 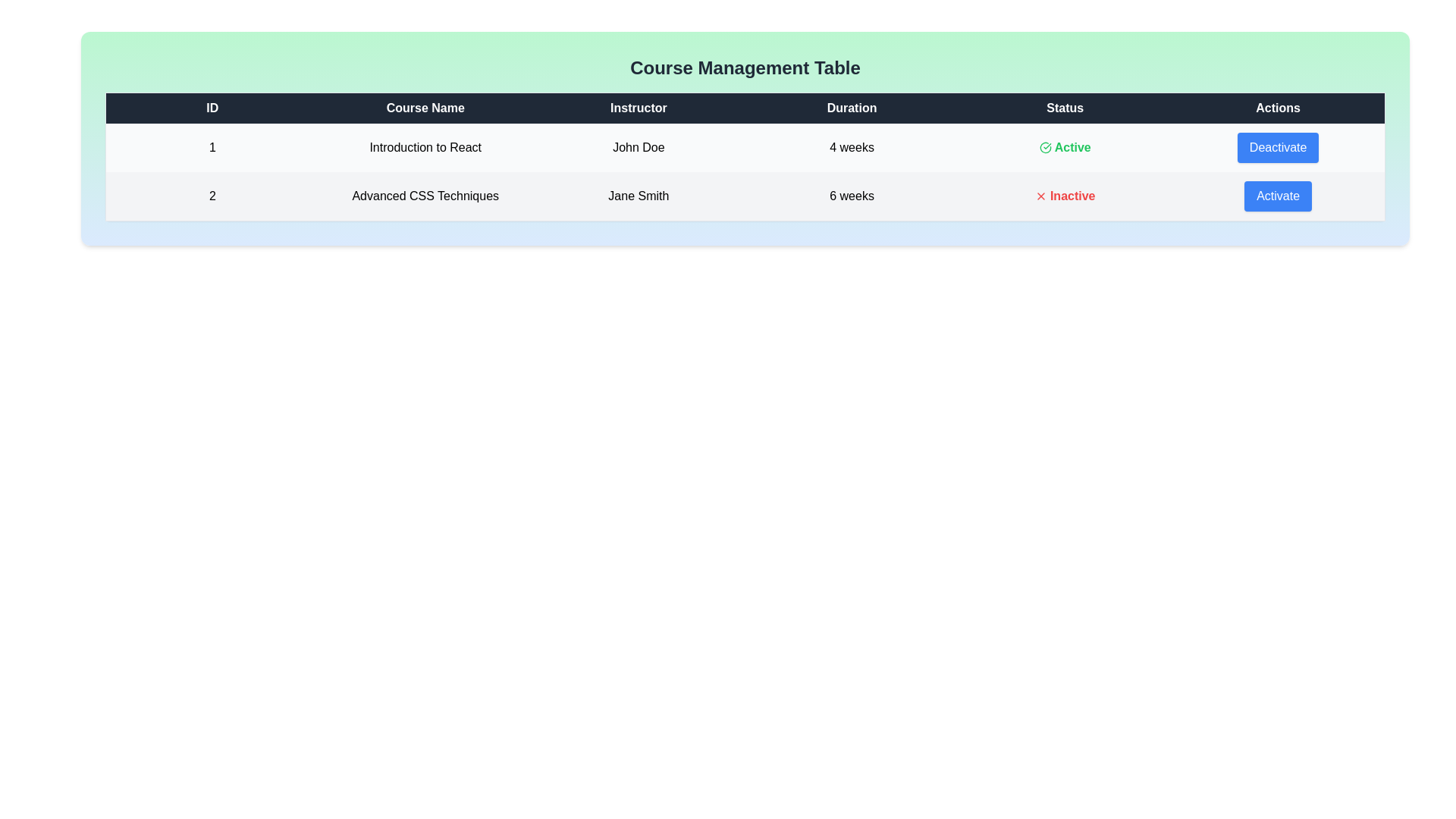 I want to click on the text label that serves as the fourth column header in the Course Management Table, indicating duration-related information for courses, located between 'Instructor' and 'Status', so click(x=852, y=107).